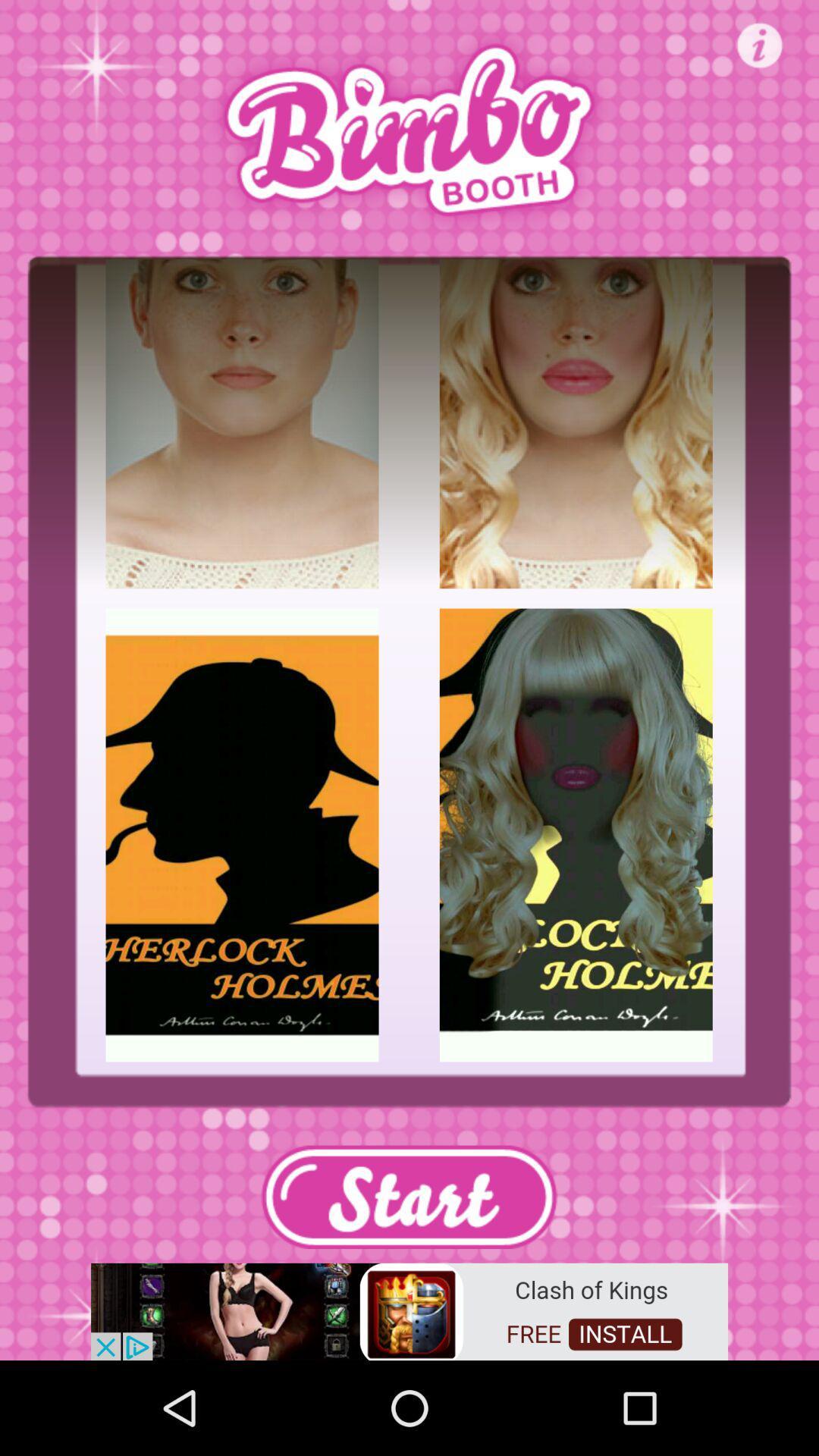  I want to click on information option, so click(760, 45).